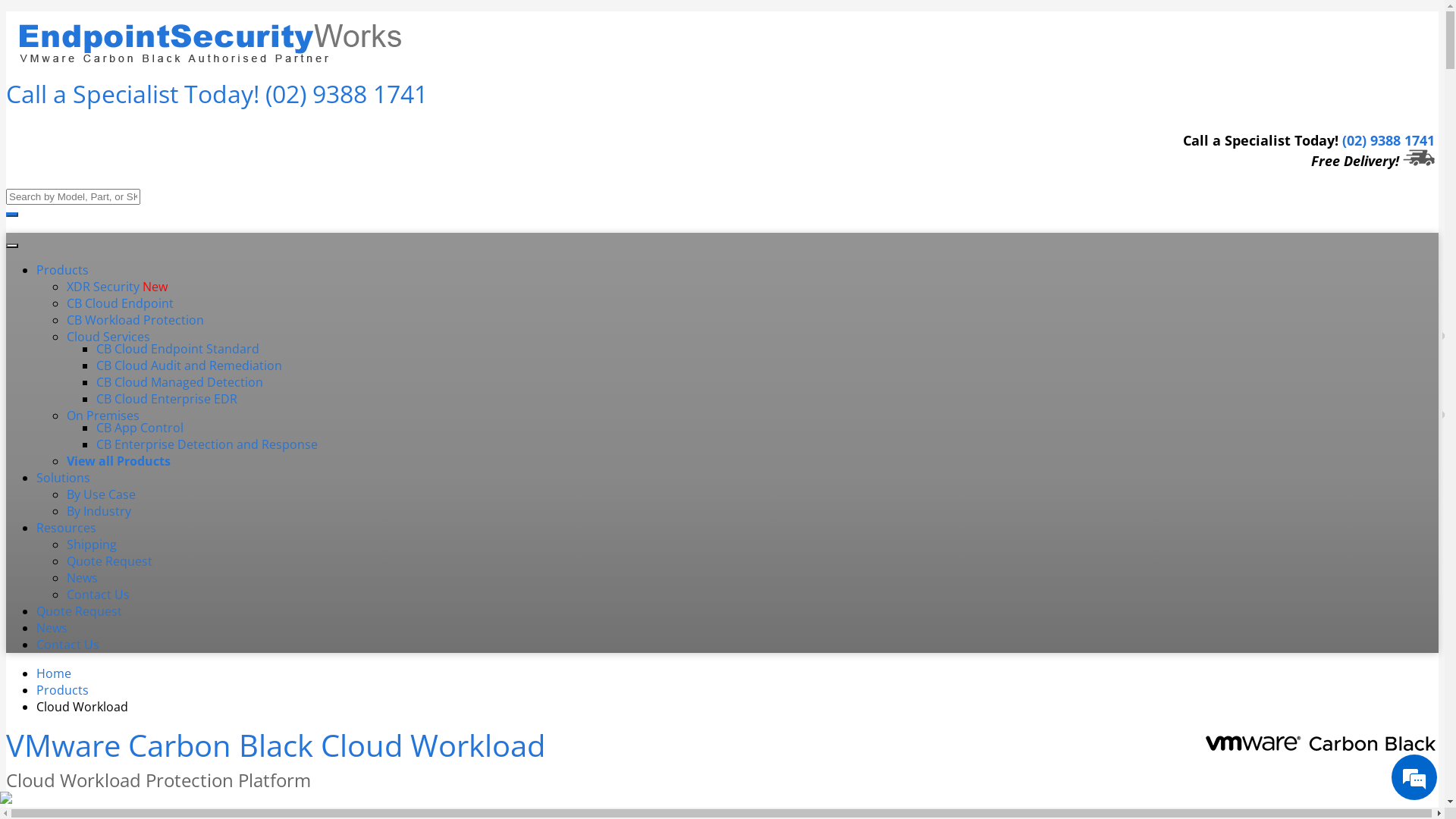 The height and width of the screenshot is (819, 1456). Describe the element at coordinates (65, 335) in the screenshot. I see `'Cloud Services'` at that location.